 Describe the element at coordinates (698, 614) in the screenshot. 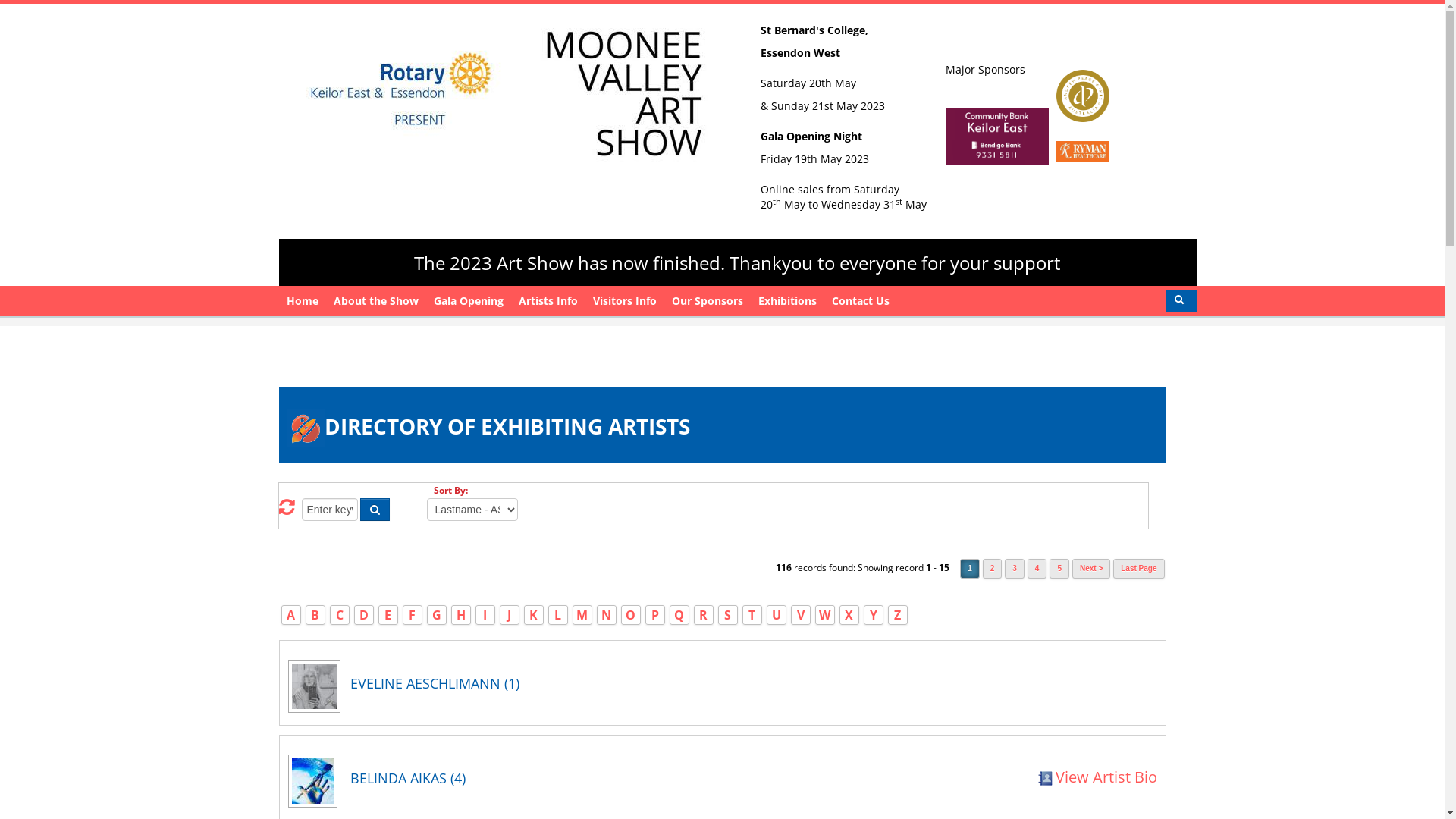

I see `'R'` at that location.